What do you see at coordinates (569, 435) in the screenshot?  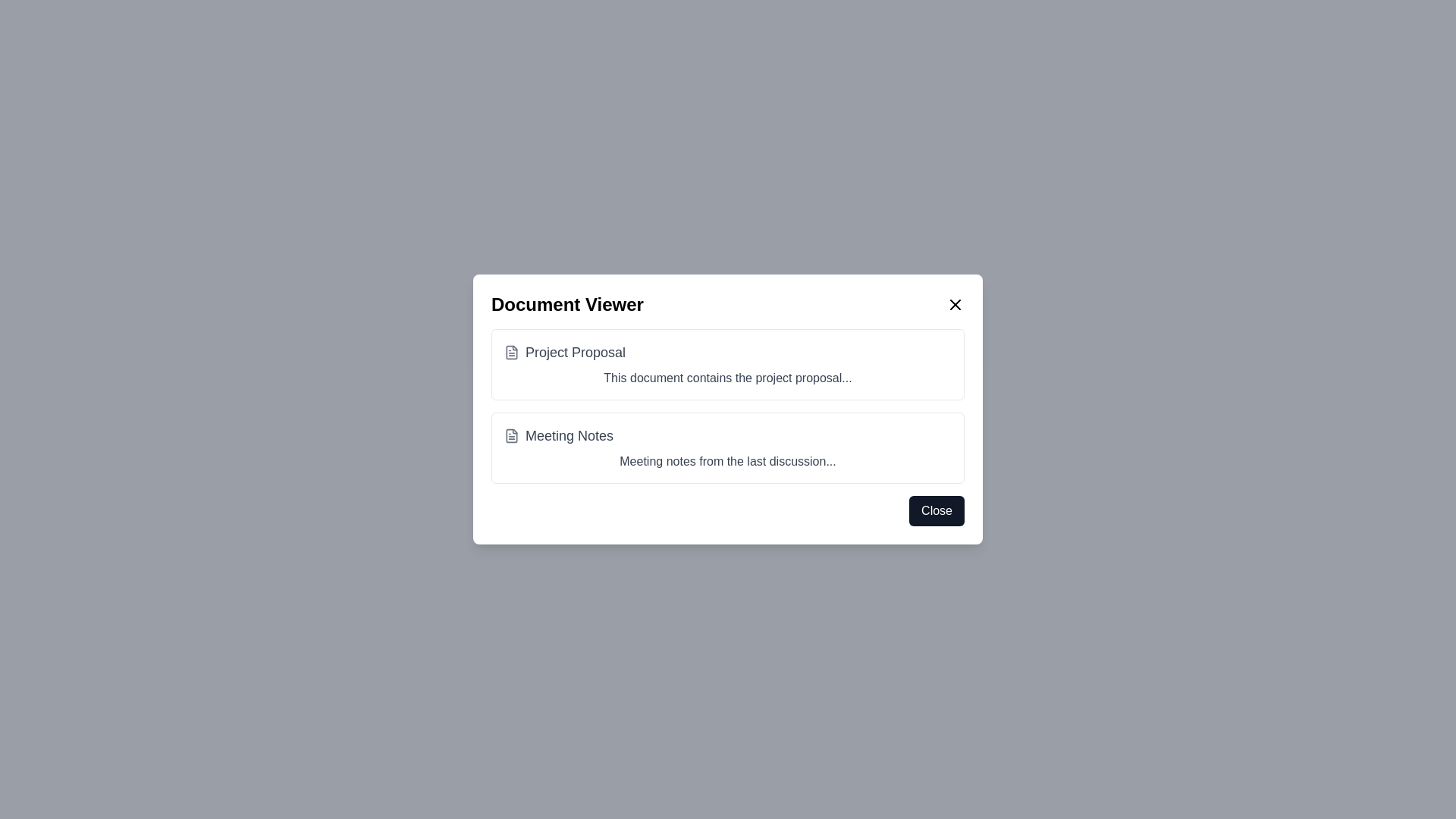 I see `the text label reading 'Meeting Notes', which is styled prominently and located below 'Project Proposal' in the 'Document Viewer' dialog` at bounding box center [569, 435].